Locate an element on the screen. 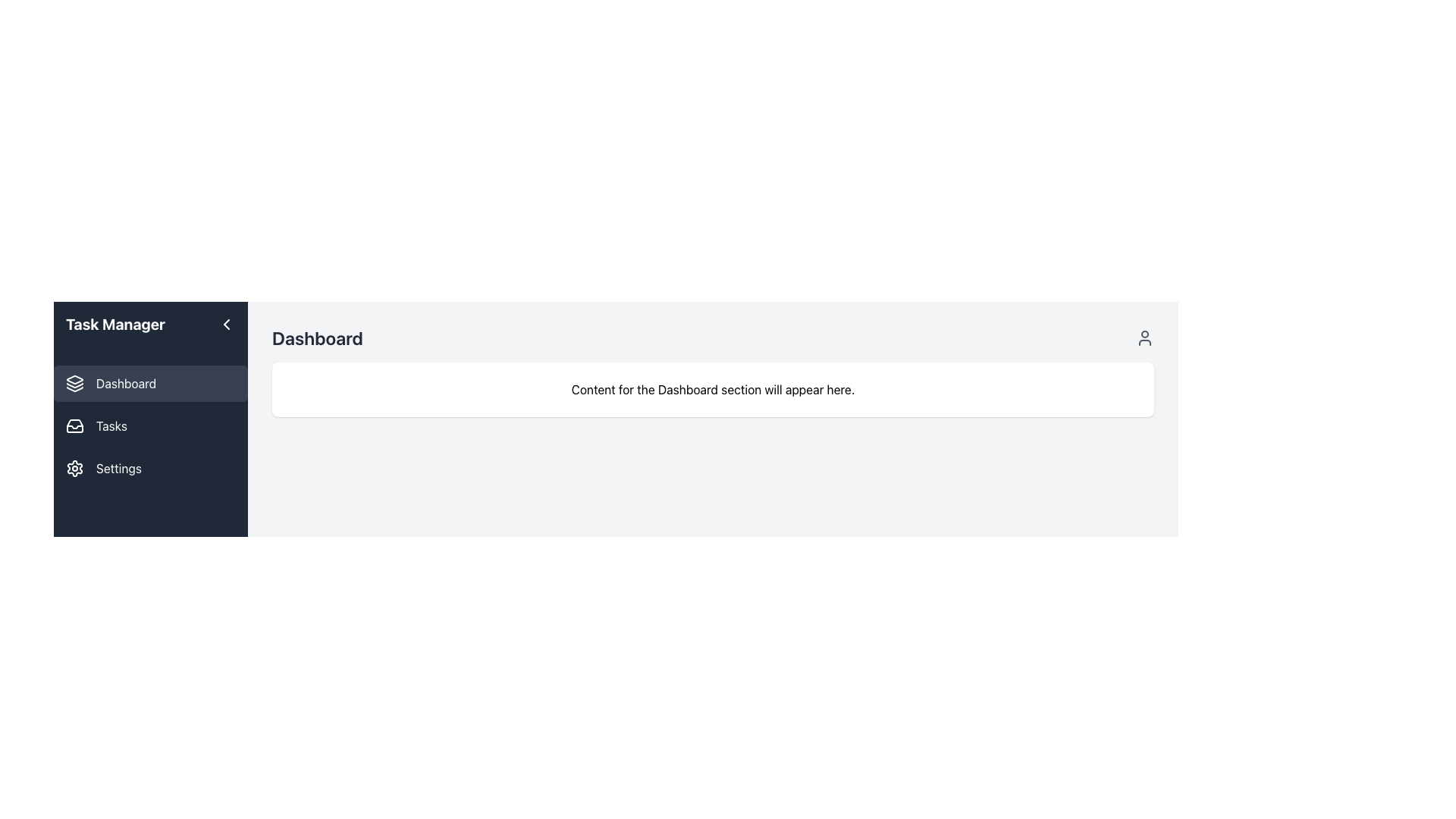 The image size is (1456, 819). the 'Dashboard' text label, which is a large, bold, dark gray heading located in the top left corner of the white content area is located at coordinates (316, 337).